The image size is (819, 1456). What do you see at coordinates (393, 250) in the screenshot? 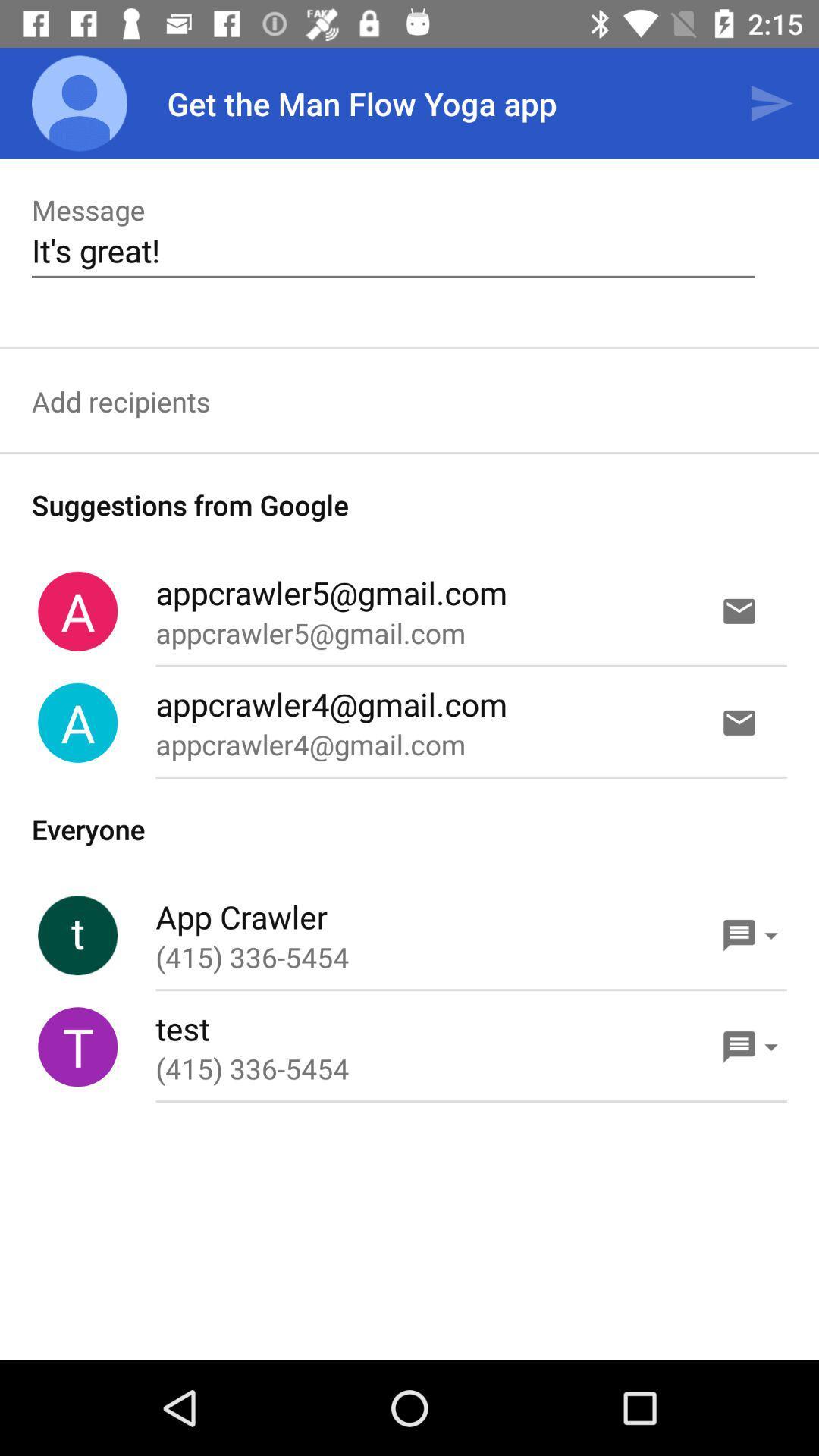
I see `the it's great!` at bounding box center [393, 250].